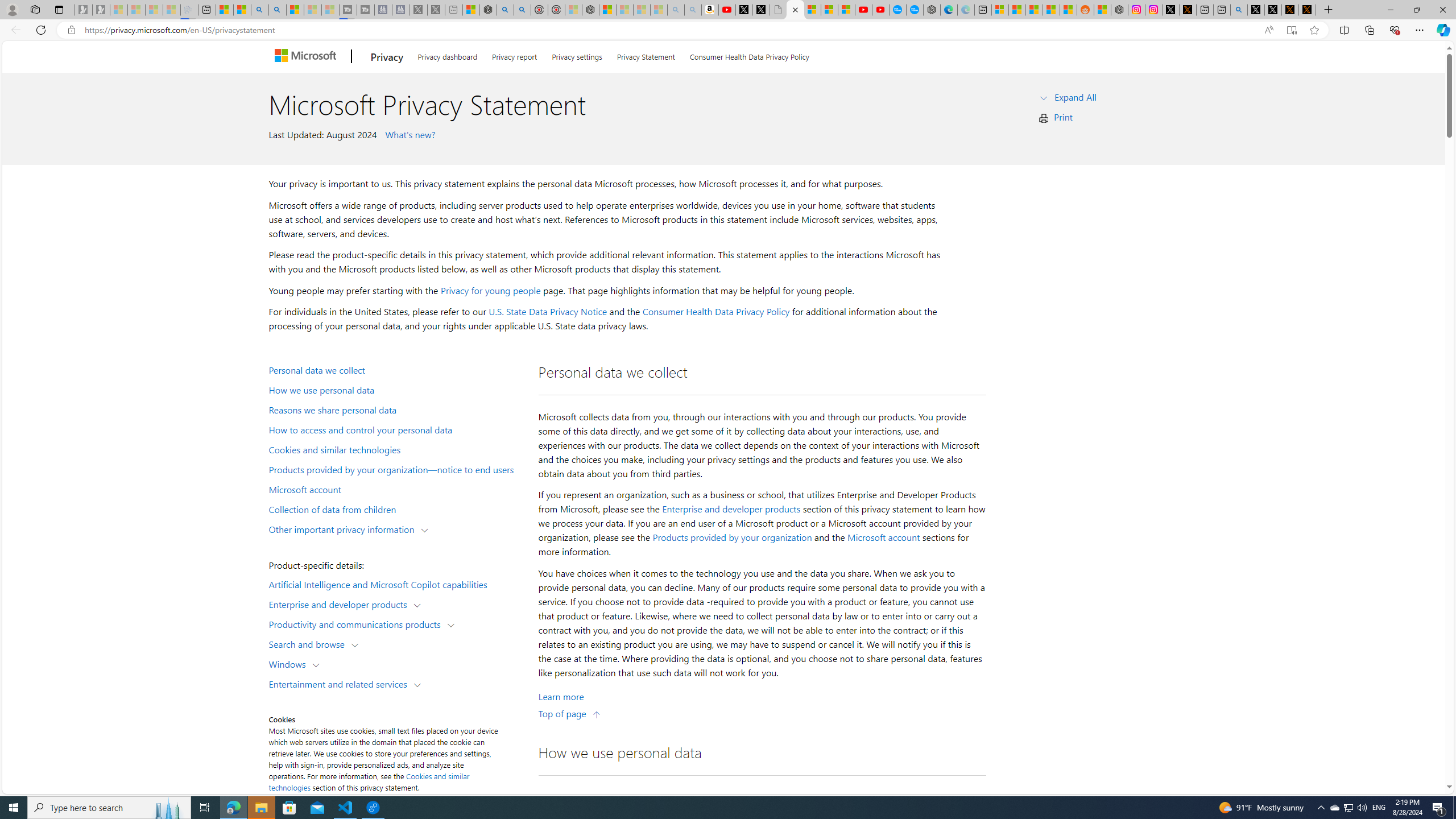  What do you see at coordinates (1064, 116) in the screenshot?
I see `'Print'` at bounding box center [1064, 116].